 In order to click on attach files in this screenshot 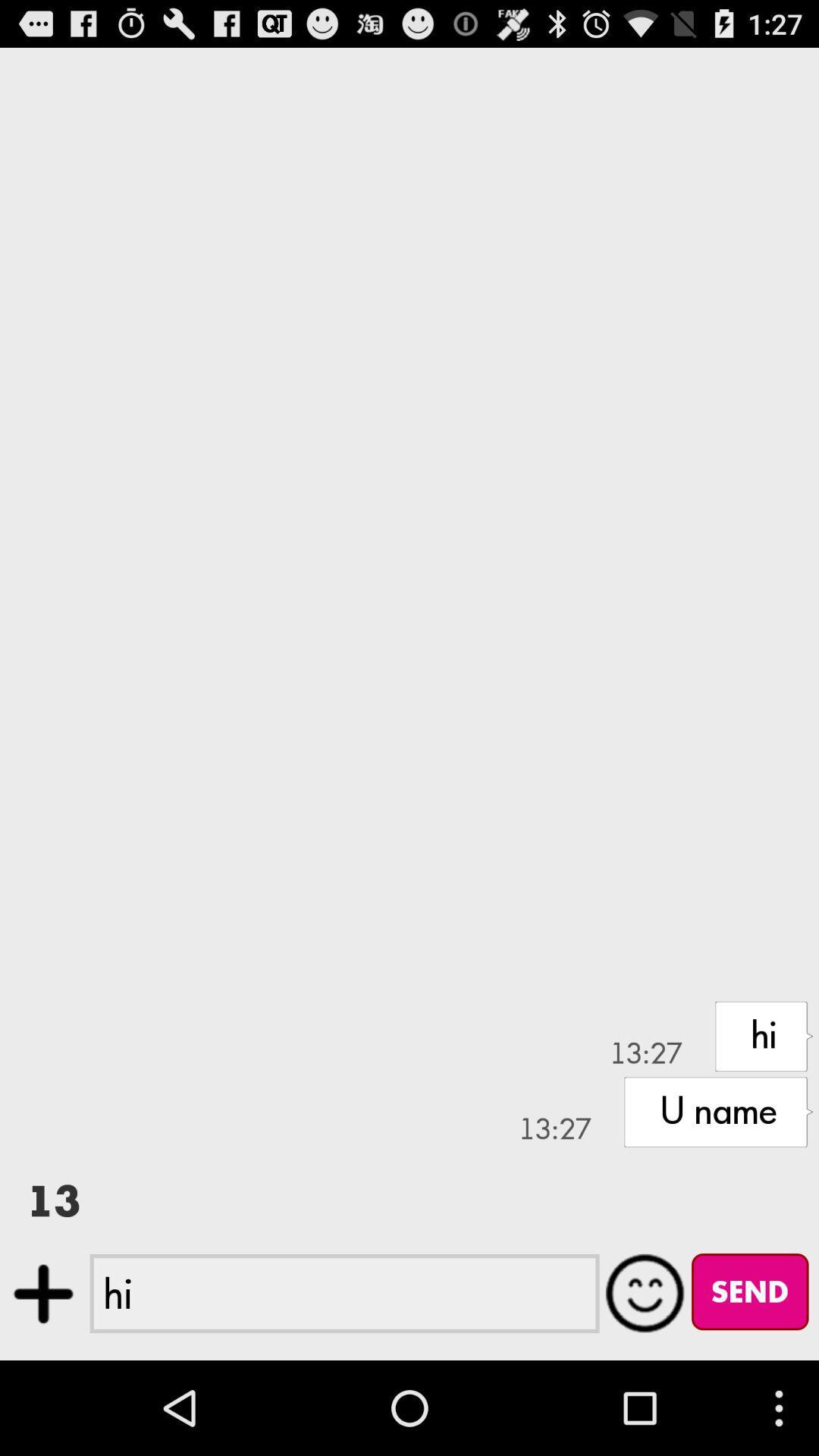, I will do `click(42, 1293)`.